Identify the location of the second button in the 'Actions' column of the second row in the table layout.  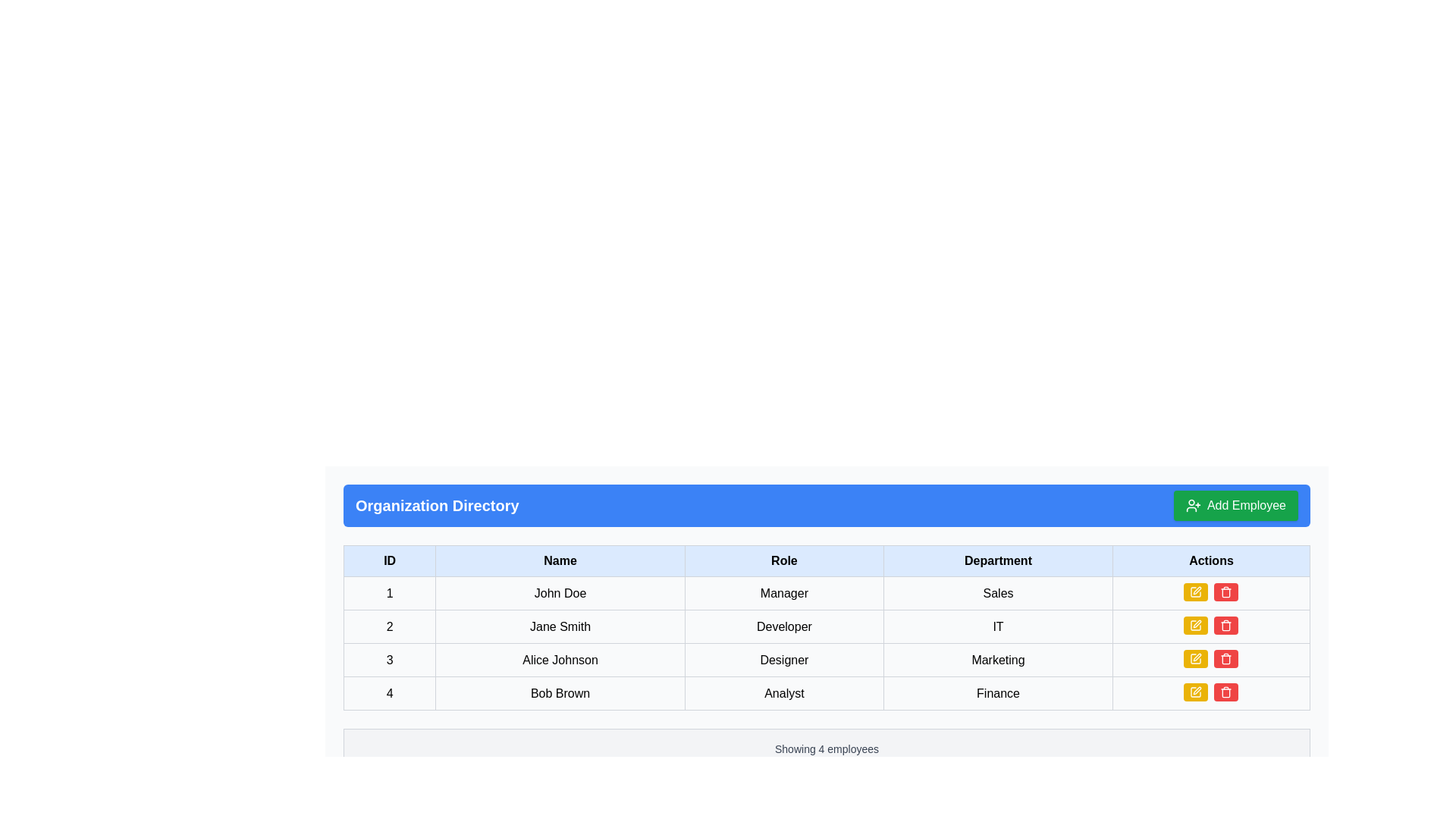
(1226, 626).